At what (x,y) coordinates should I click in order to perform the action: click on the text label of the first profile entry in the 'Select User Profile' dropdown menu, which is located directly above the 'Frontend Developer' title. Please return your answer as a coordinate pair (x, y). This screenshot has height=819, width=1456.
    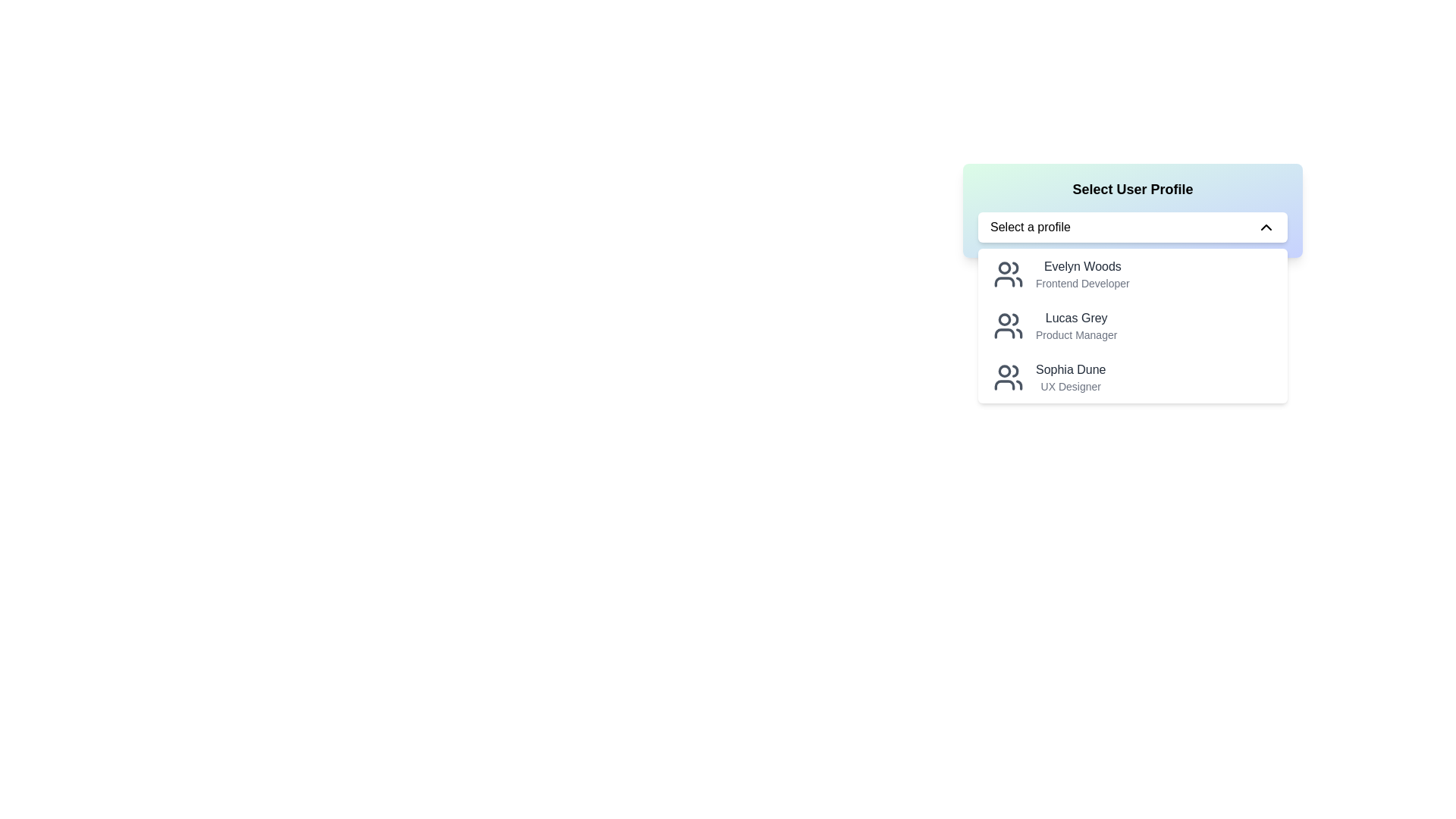
    Looking at the image, I should click on (1081, 265).